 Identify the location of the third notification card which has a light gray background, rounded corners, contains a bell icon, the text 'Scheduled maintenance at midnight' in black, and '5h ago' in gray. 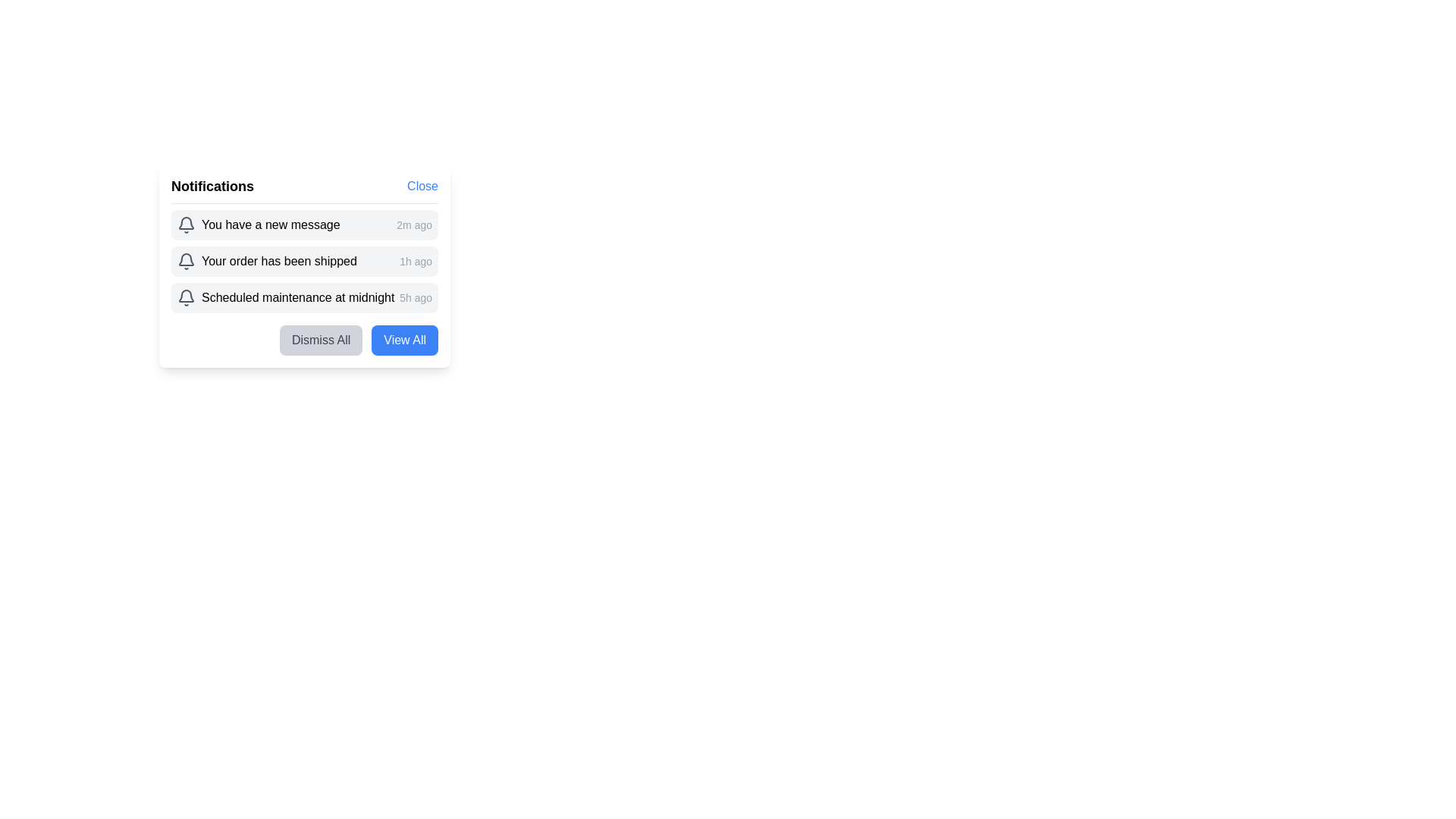
(304, 298).